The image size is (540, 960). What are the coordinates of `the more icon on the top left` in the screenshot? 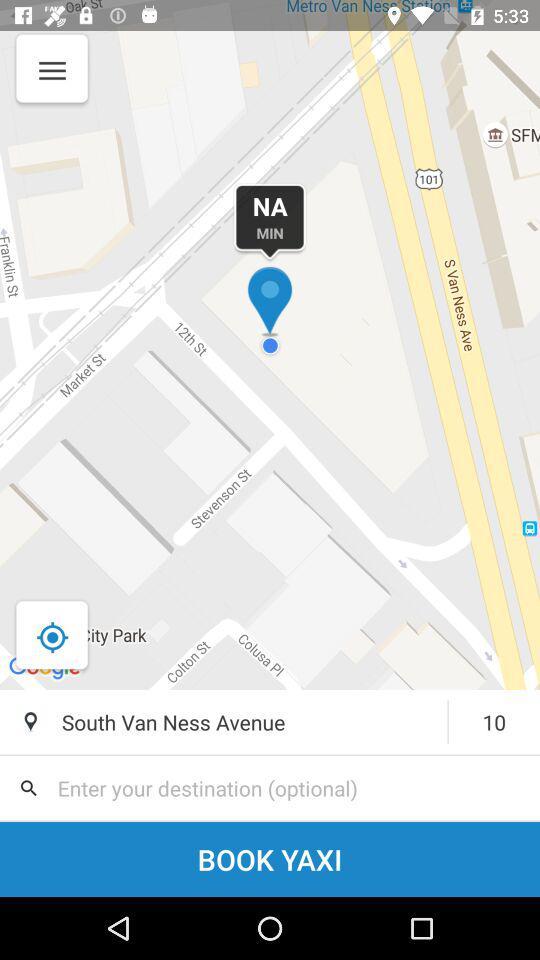 It's located at (50, 82).